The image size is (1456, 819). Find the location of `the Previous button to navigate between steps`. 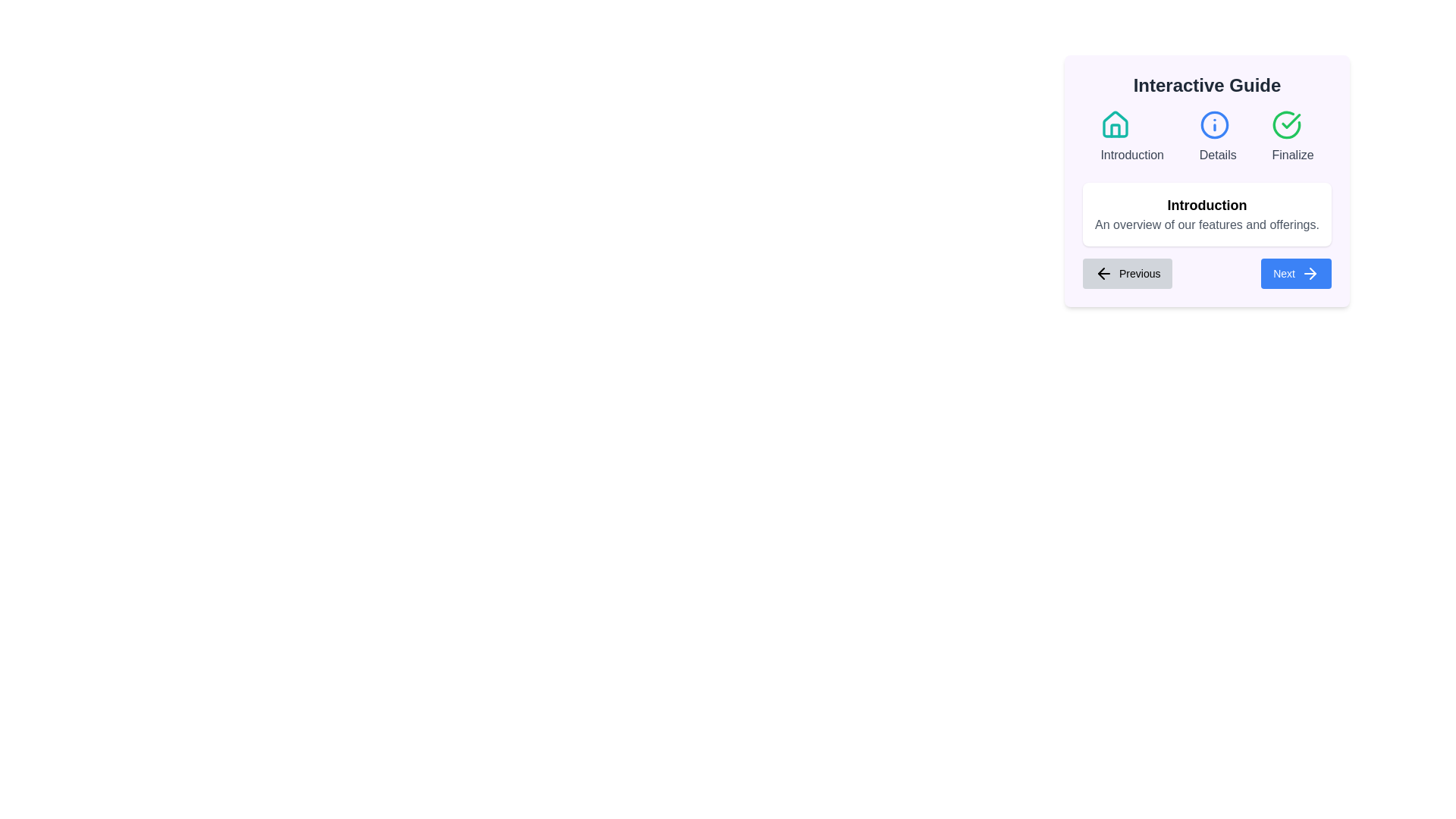

the Previous button to navigate between steps is located at coordinates (1128, 274).